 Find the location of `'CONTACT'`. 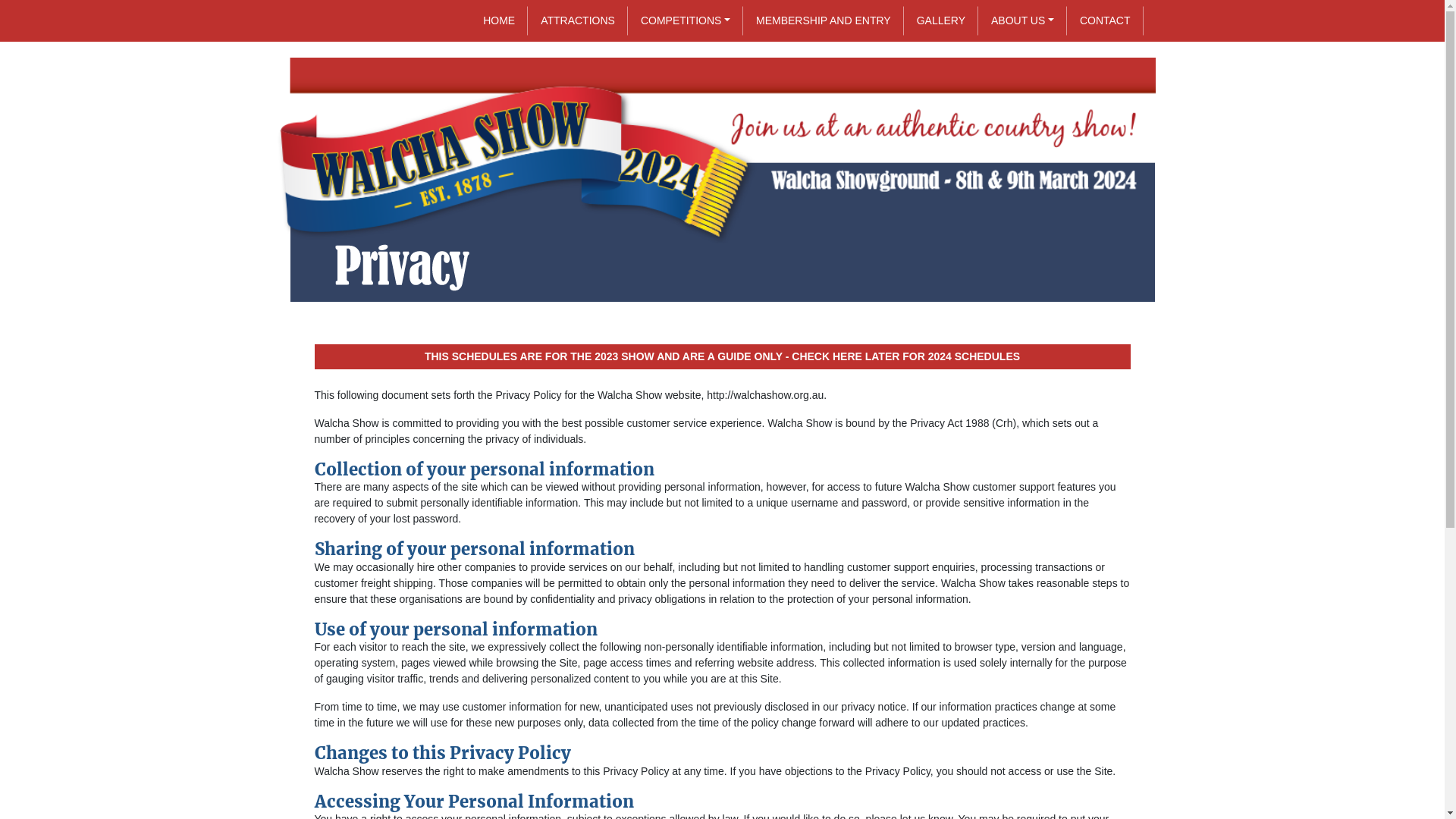

'CONTACT' is located at coordinates (1105, 20).